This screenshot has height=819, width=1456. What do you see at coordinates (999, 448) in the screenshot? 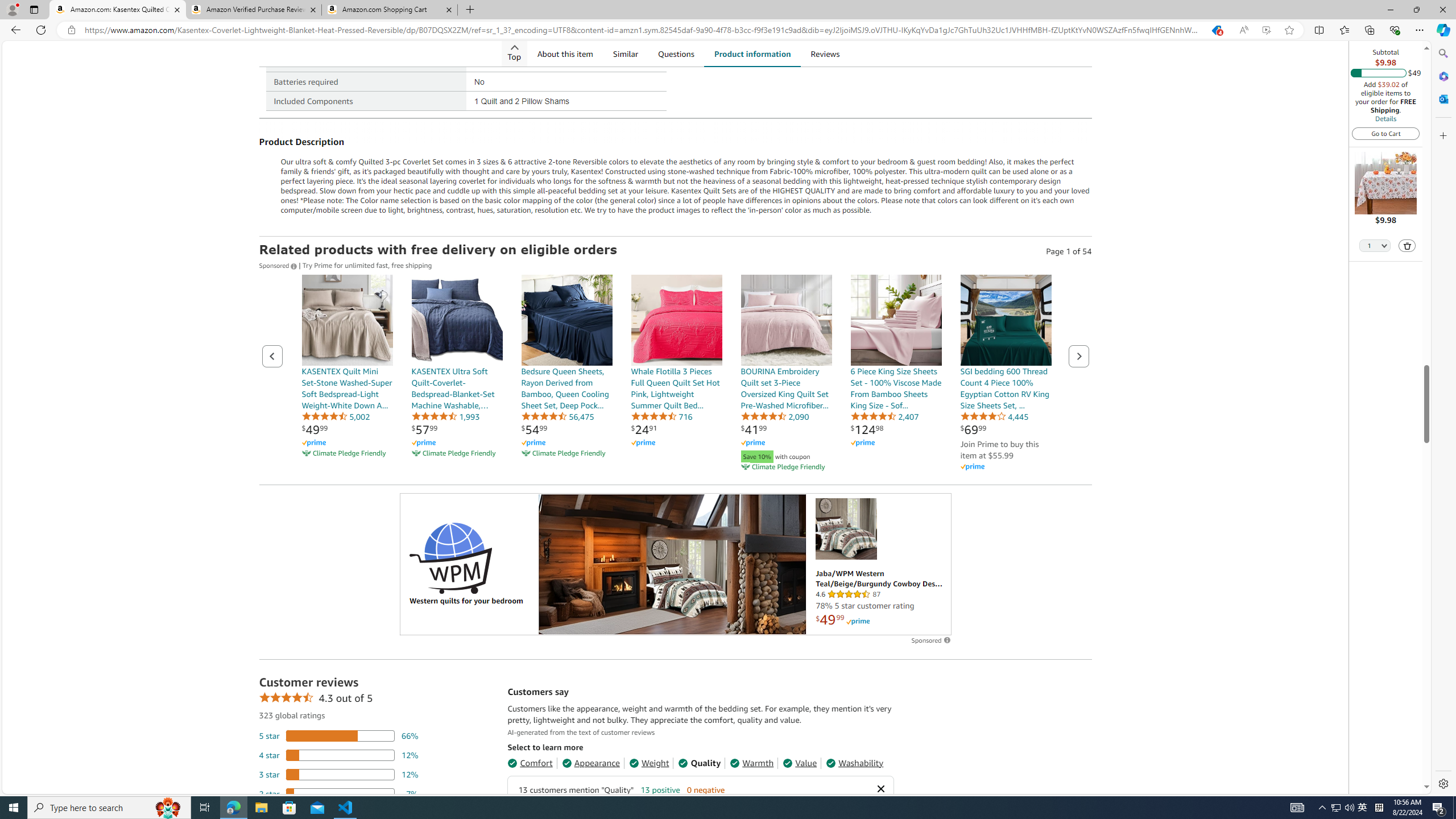
I see `'Join Prime to buy this item at $55.99'` at bounding box center [999, 448].